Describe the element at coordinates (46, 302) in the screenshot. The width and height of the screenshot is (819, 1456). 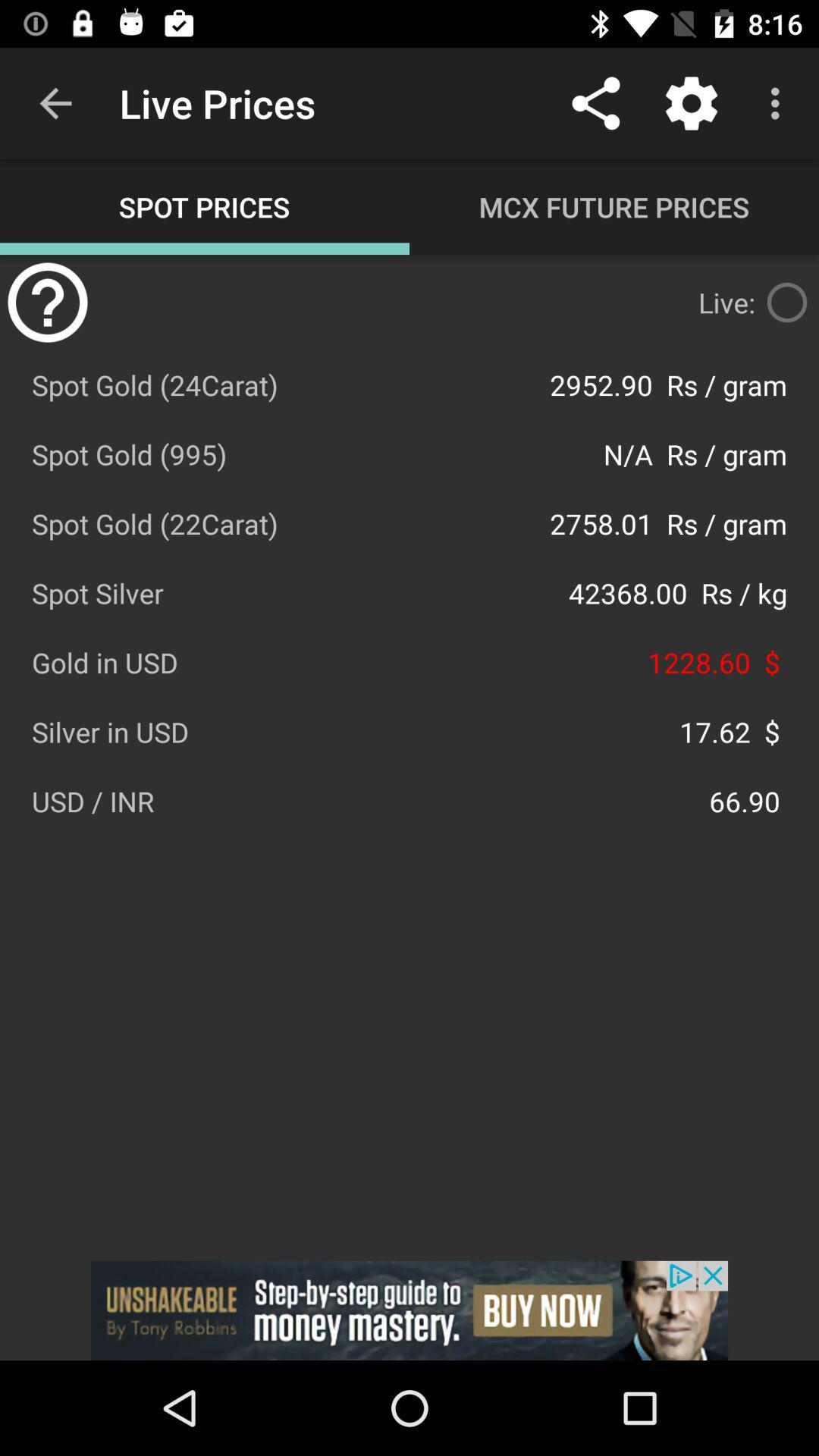
I see `the help icon` at that location.